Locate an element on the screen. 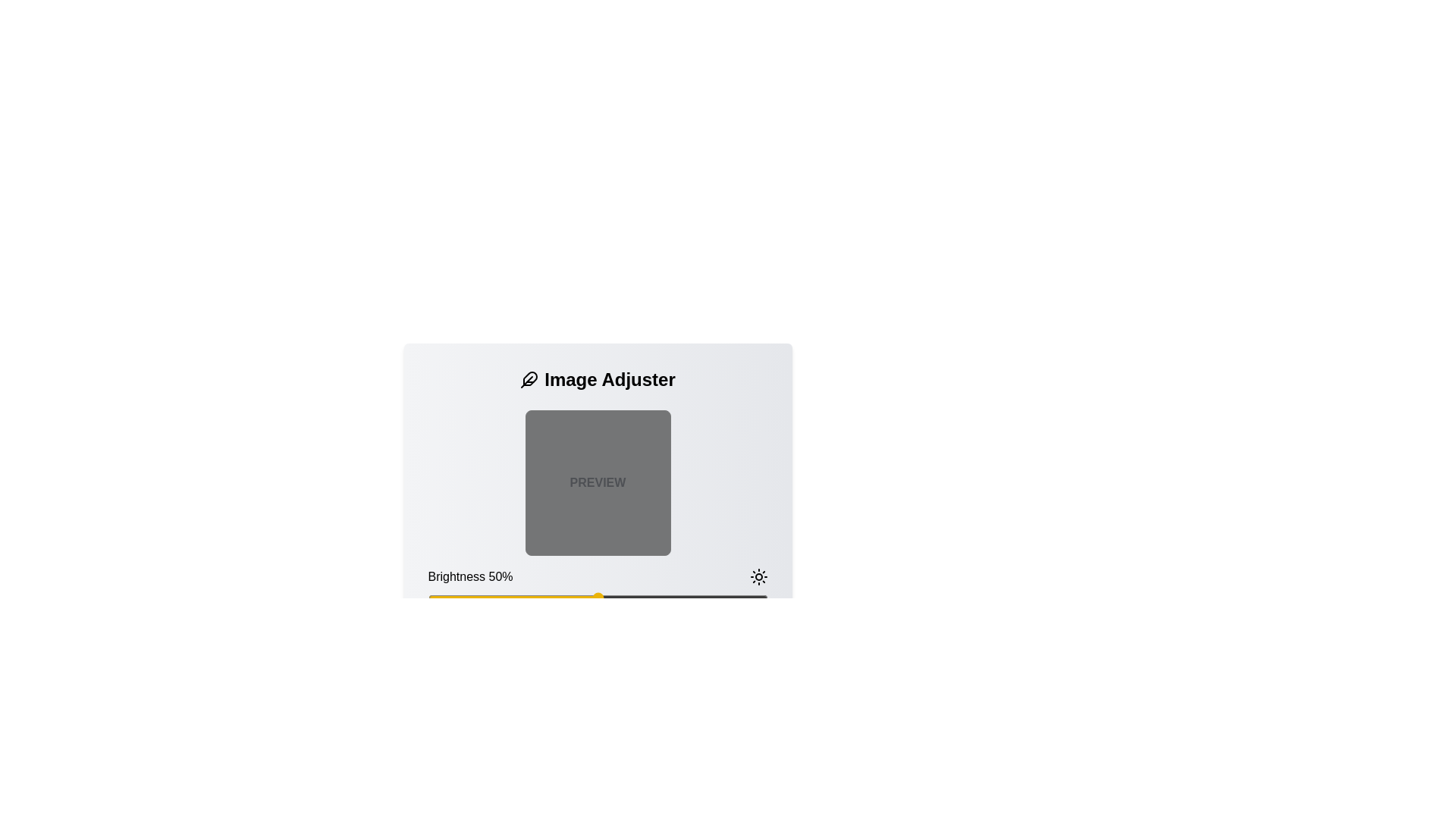 The image size is (1456, 819). the gray square-shaped preview box labeled 'PREVIEW' located below the title 'Image Adjuster' is located at coordinates (597, 517).